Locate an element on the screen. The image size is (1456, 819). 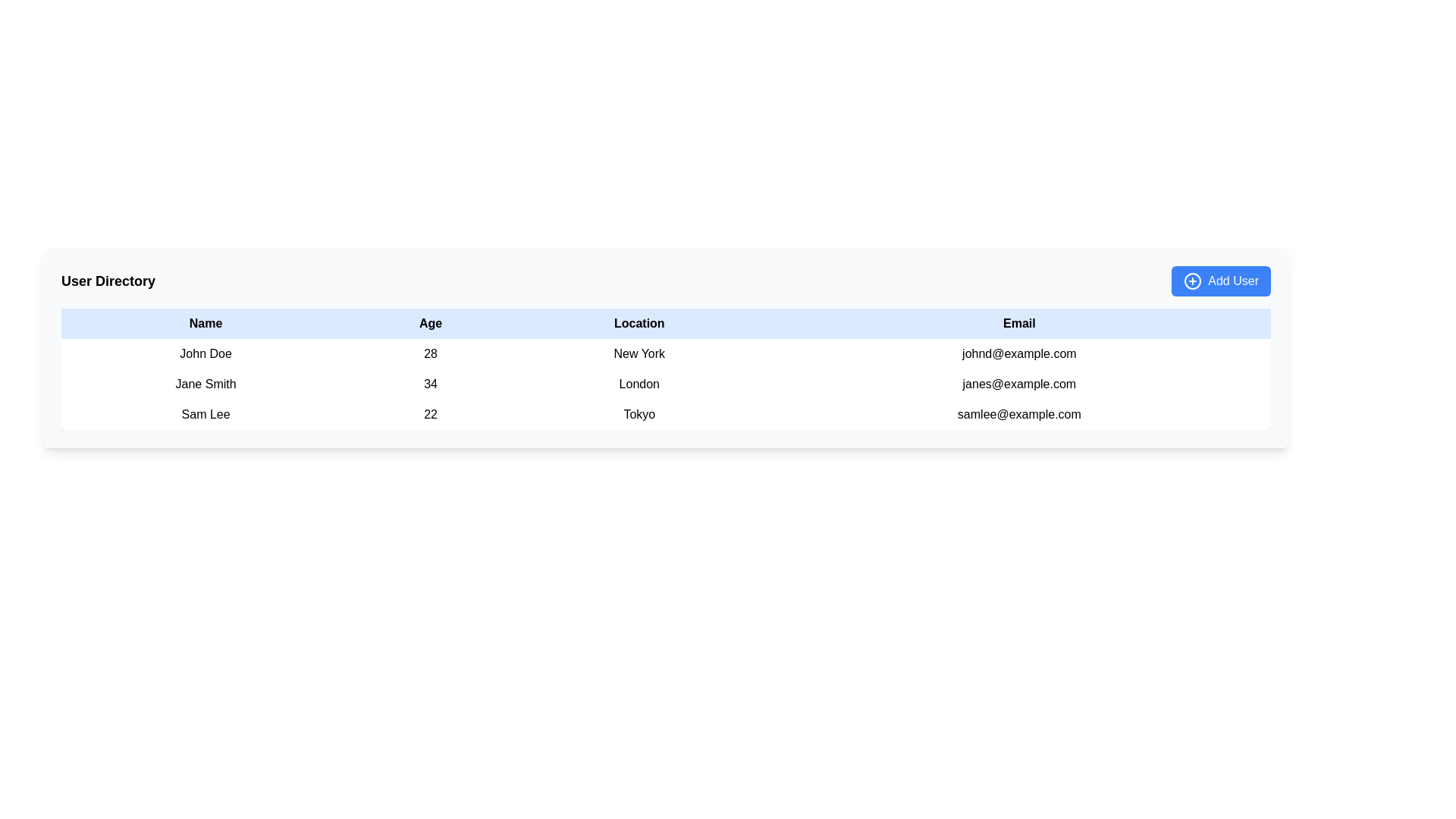
the table cell displaying 'Sam Lee' in the User Directory table, located in the last row under the 'Name' column is located at coordinates (205, 415).